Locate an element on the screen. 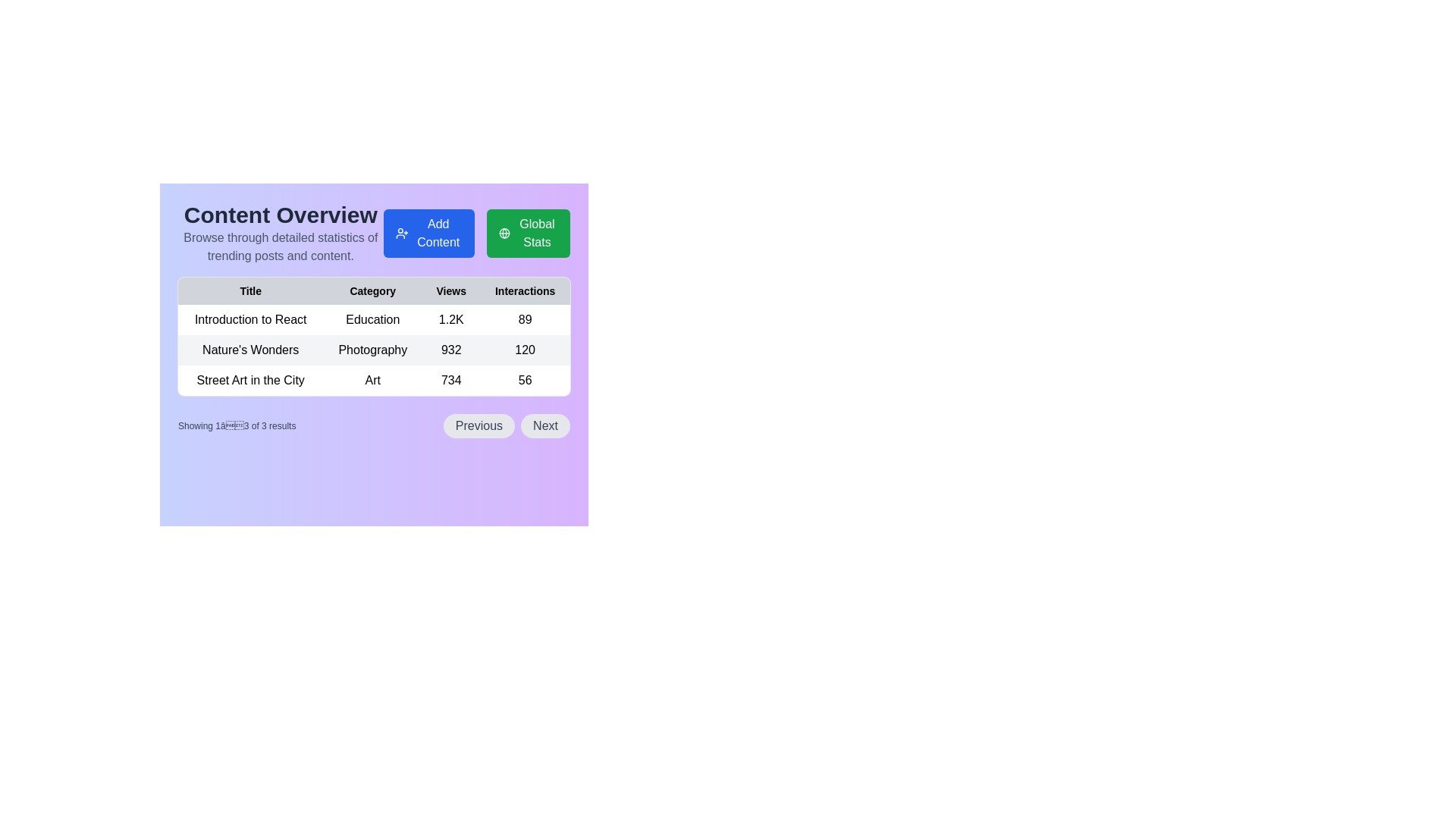 This screenshot has height=819, width=1456. the 'Add Content' button, which is styled in blue with a white icon and text, located in the upper middle part of the display under the 'Content Overview' heading is located at coordinates (475, 234).